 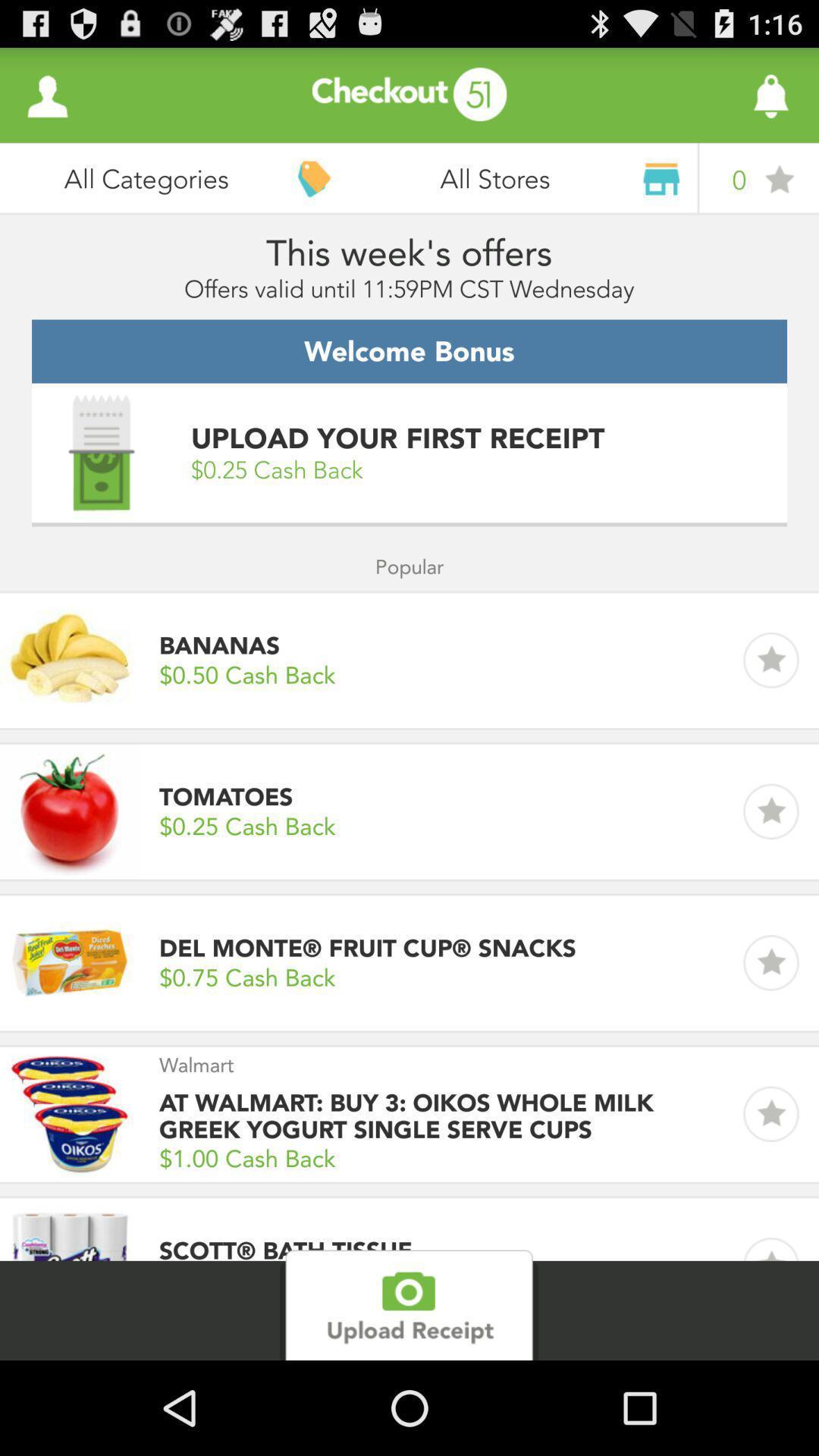 What do you see at coordinates (728, 101) in the screenshot?
I see `the notifications icon` at bounding box center [728, 101].